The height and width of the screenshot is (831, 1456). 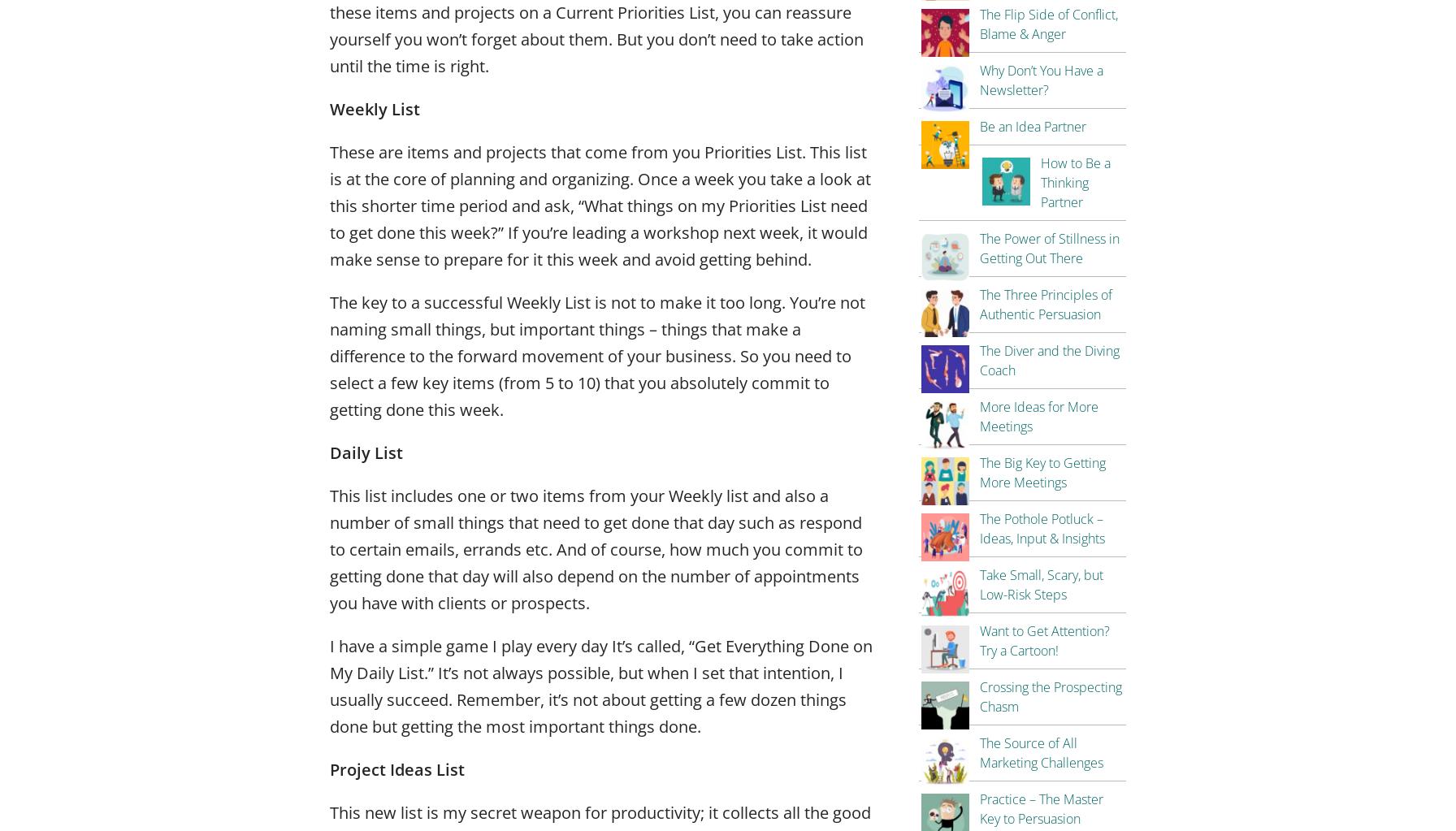 I want to click on 'Practice – The Master Key to Persuasion', so click(x=1041, y=807).